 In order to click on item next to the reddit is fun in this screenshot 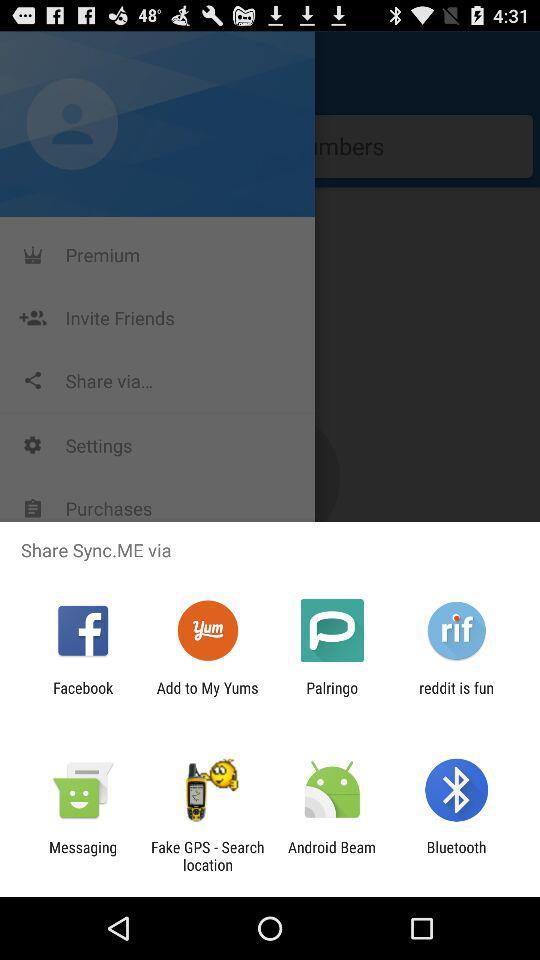, I will do `click(332, 696)`.